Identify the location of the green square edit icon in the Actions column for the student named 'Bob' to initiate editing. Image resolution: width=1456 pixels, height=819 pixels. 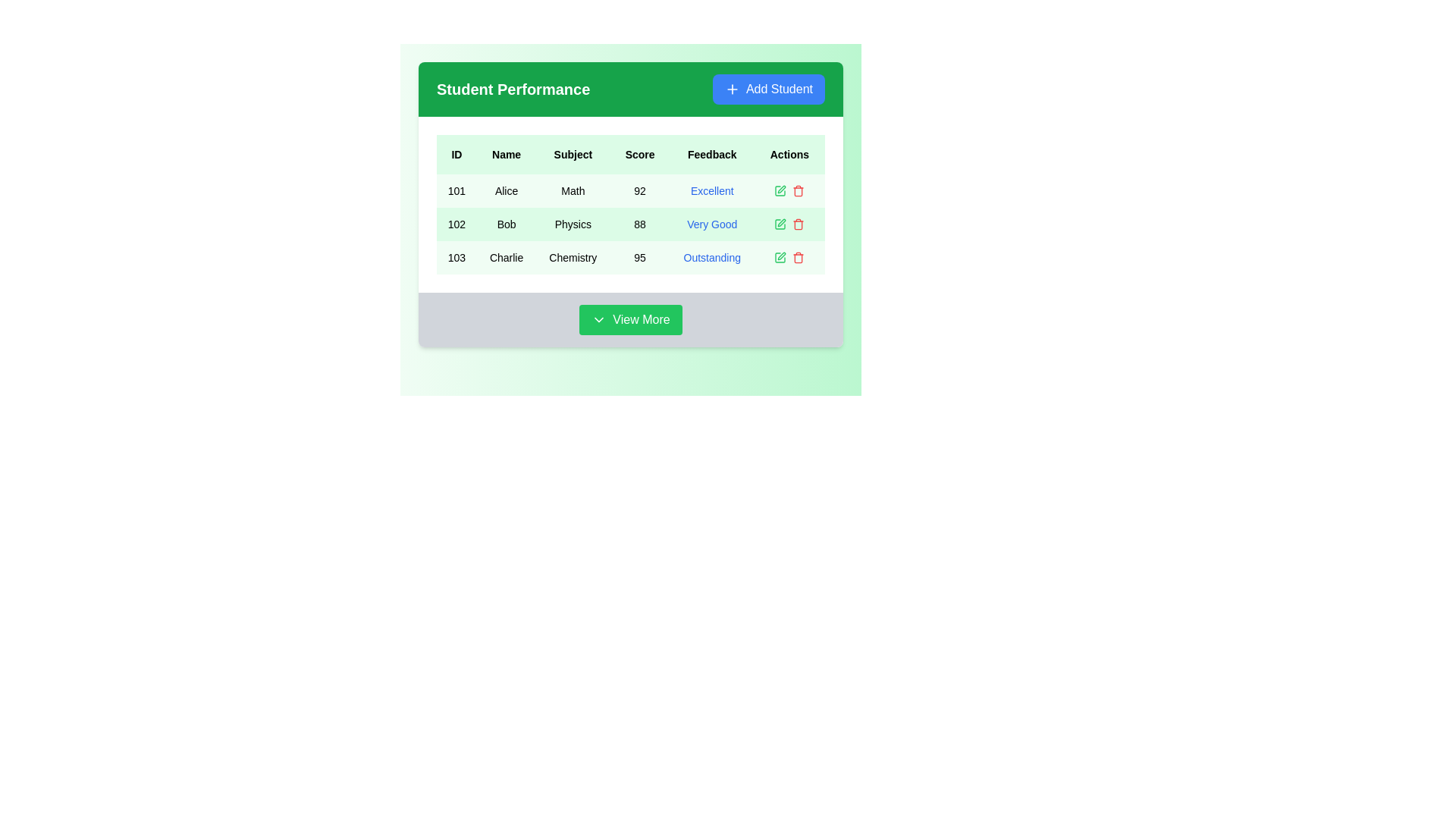
(780, 224).